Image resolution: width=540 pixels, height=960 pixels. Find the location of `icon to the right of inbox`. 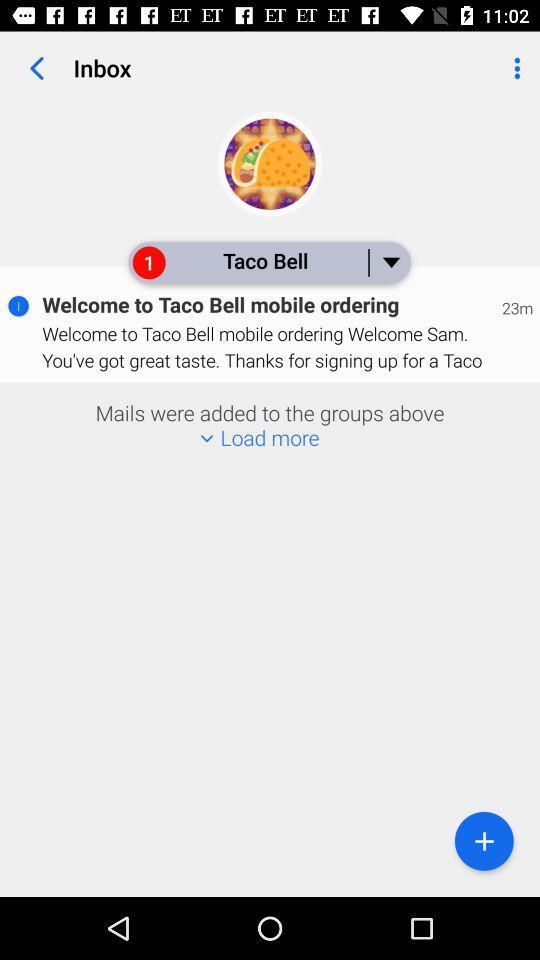

icon to the right of inbox is located at coordinates (513, 68).